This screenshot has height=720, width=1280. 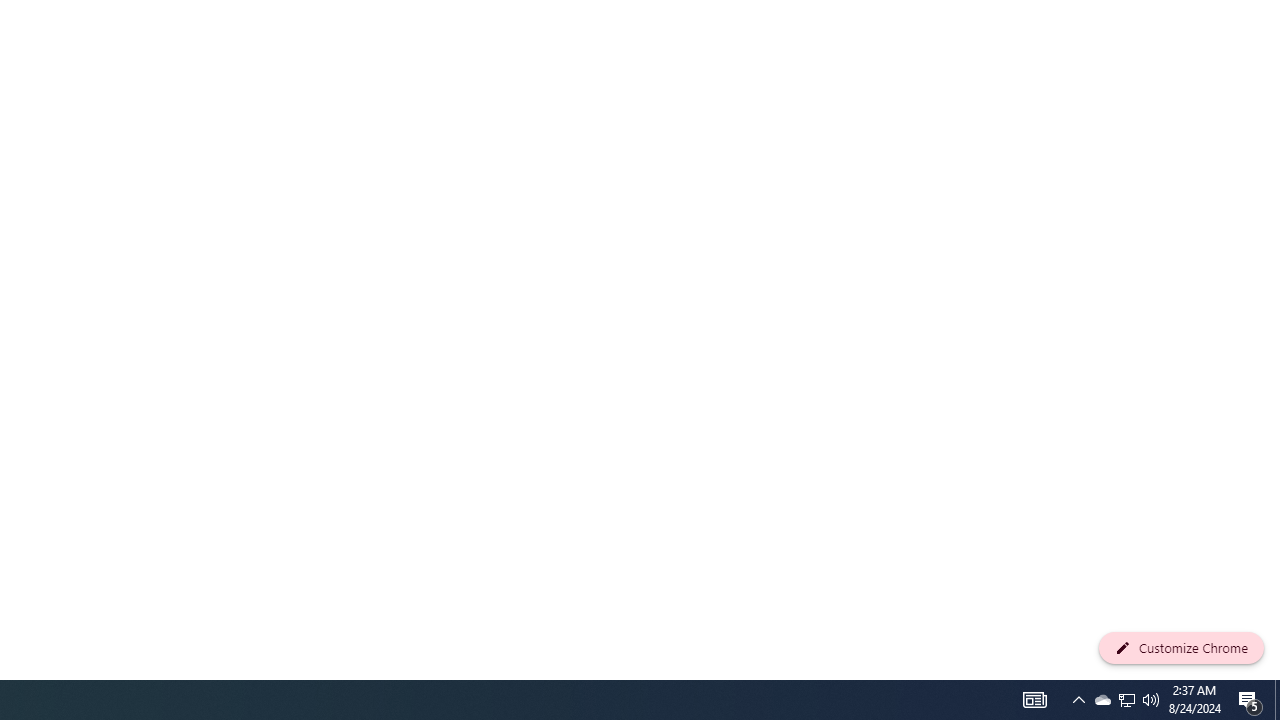 I want to click on 'Customize Chrome', so click(x=1181, y=648).